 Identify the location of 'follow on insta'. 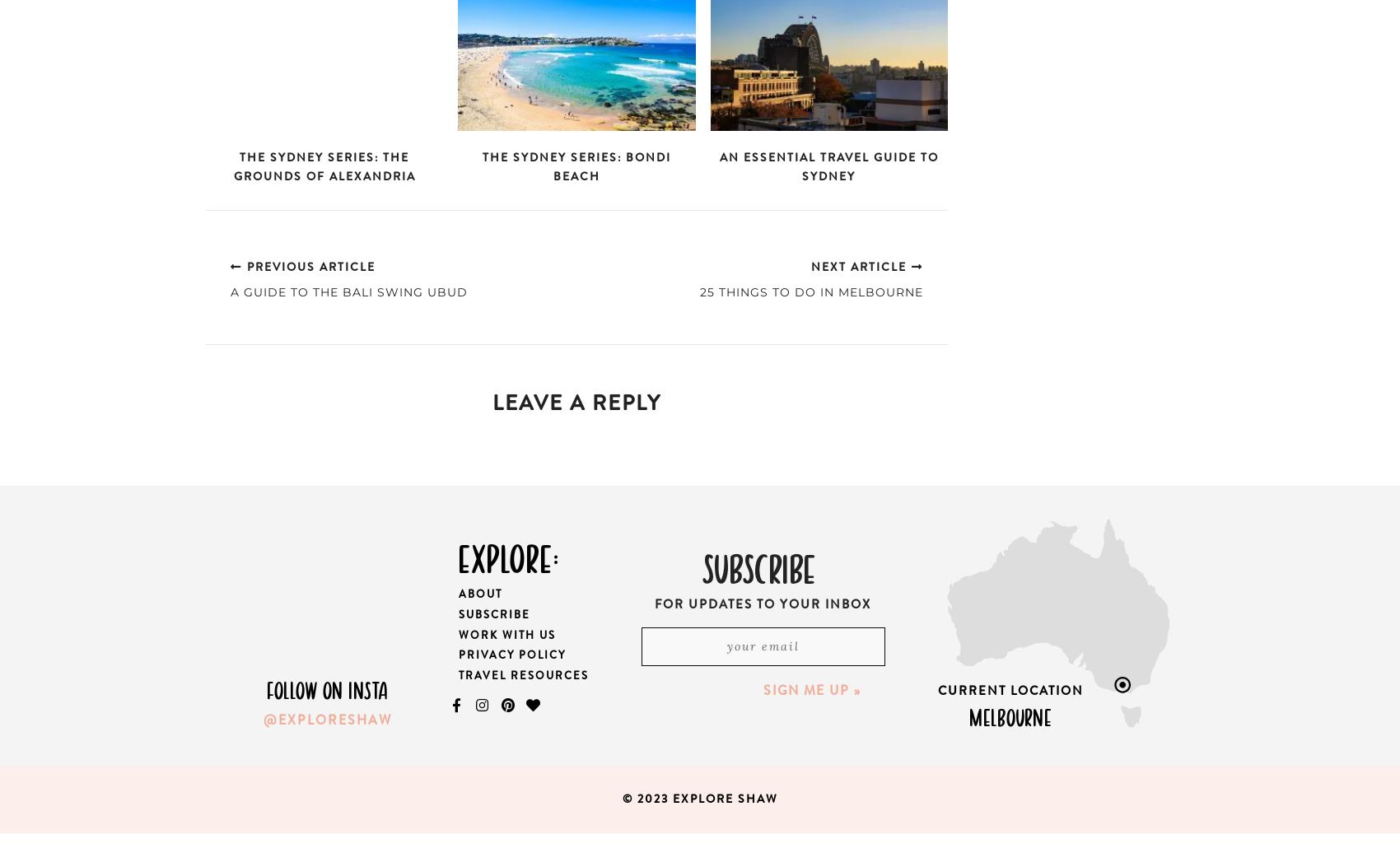
(326, 688).